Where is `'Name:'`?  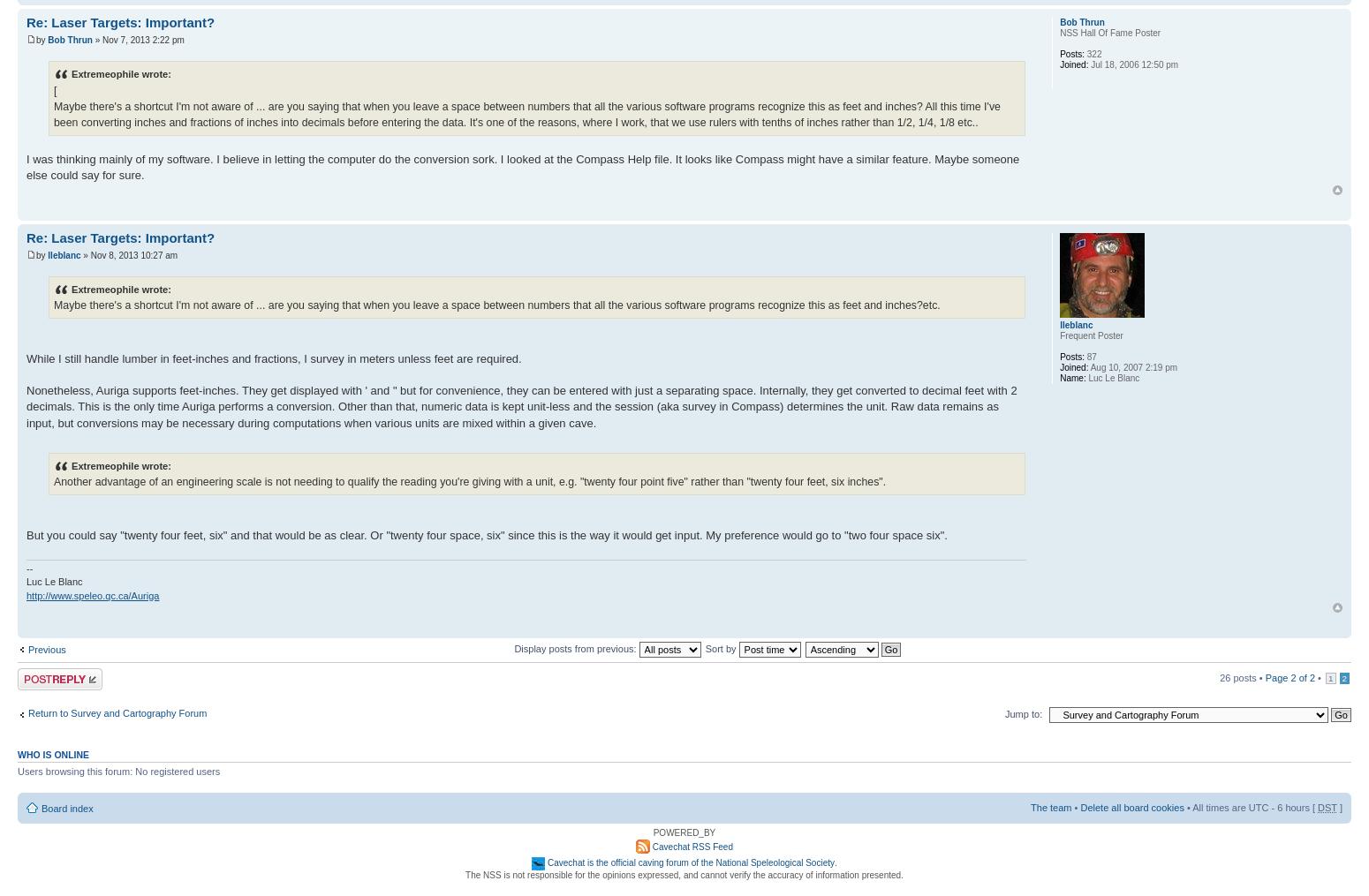 'Name:' is located at coordinates (1072, 377).